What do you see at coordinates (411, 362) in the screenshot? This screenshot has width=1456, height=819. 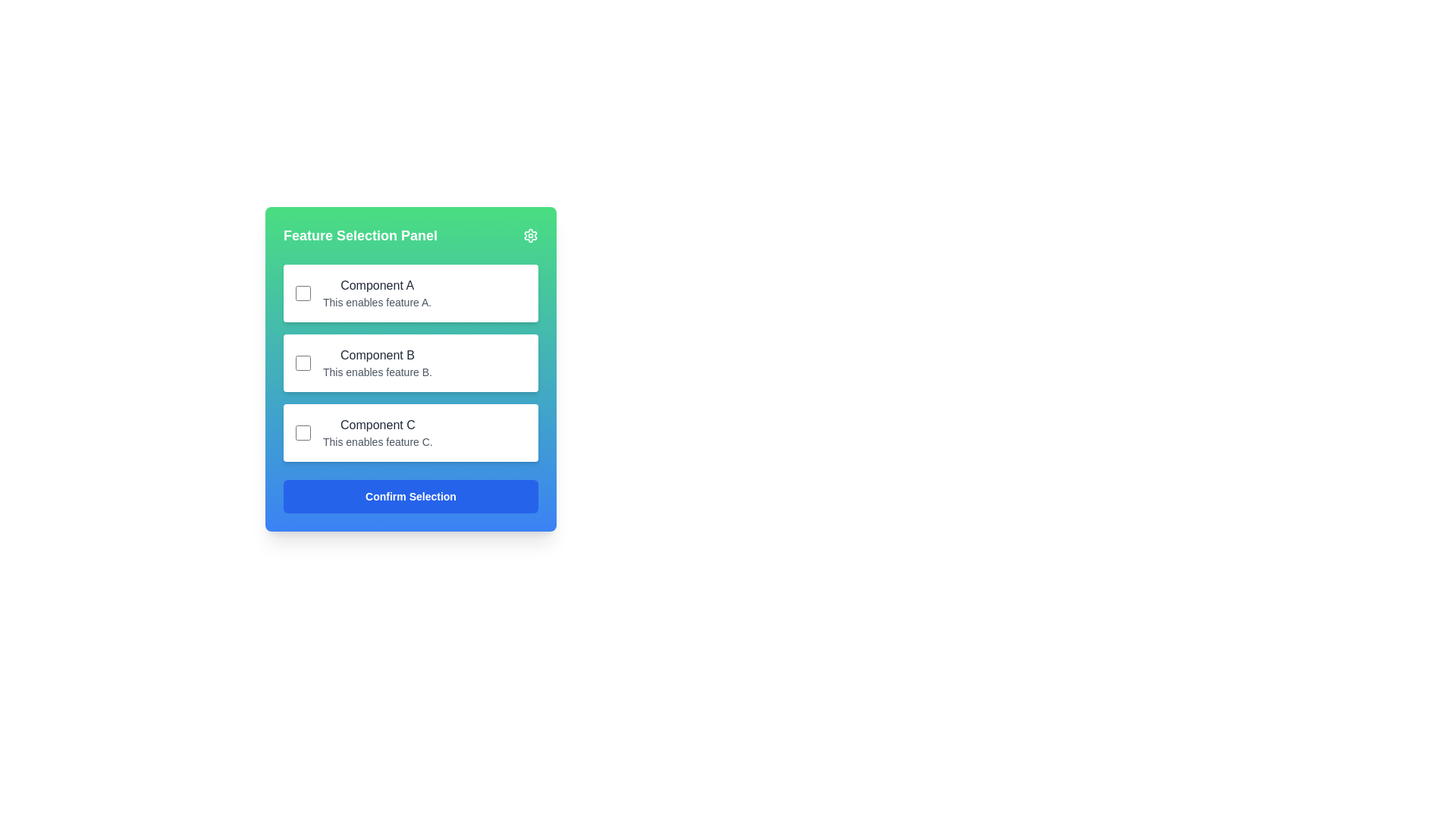 I see `the Selectable Item Section labeled 'Component B'` at bounding box center [411, 362].